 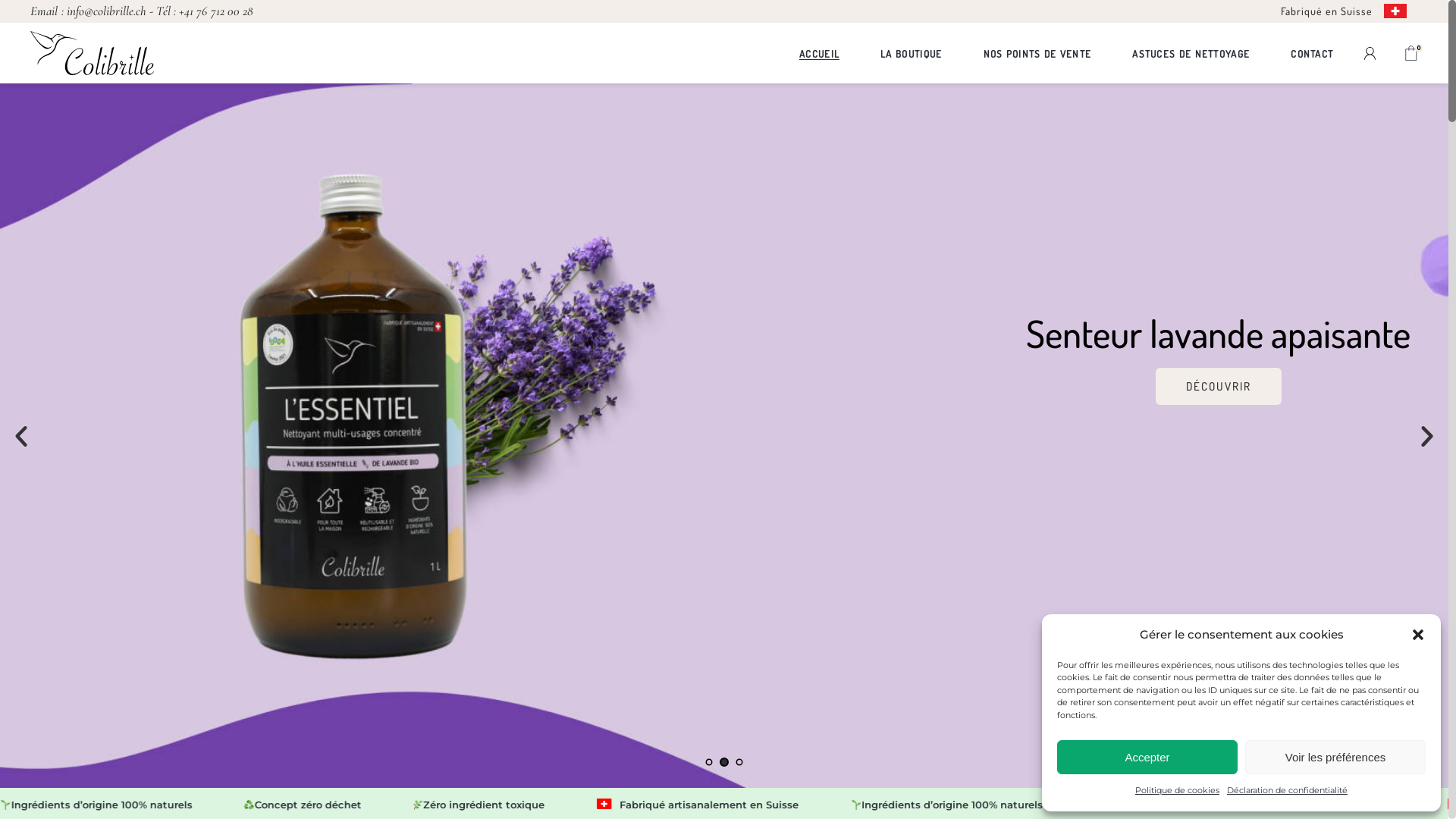 I want to click on '+41 76 712 00 28', so click(x=178, y=11).